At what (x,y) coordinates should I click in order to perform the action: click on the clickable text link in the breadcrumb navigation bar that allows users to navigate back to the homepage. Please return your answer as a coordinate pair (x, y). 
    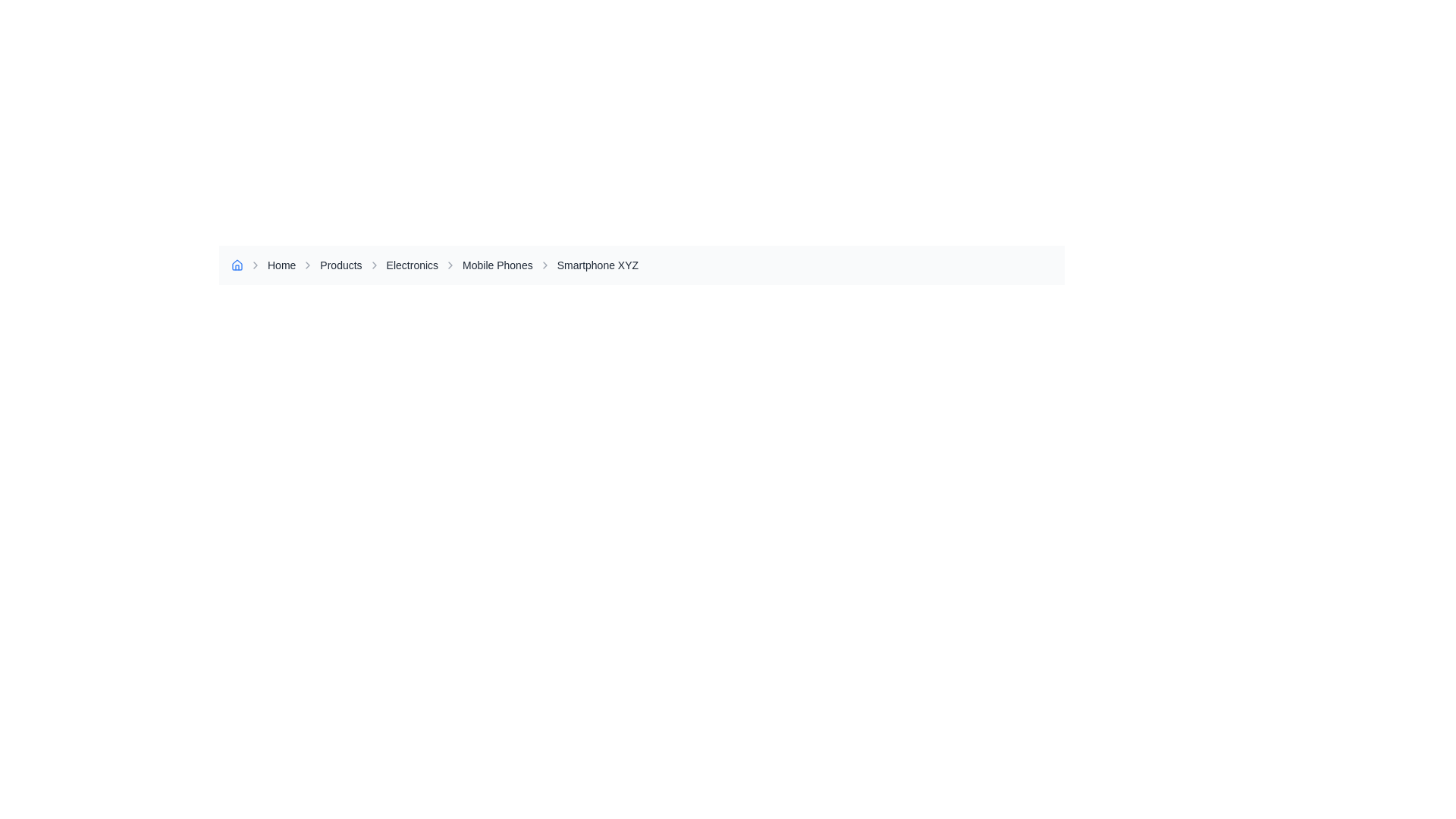
    Looking at the image, I should click on (281, 265).